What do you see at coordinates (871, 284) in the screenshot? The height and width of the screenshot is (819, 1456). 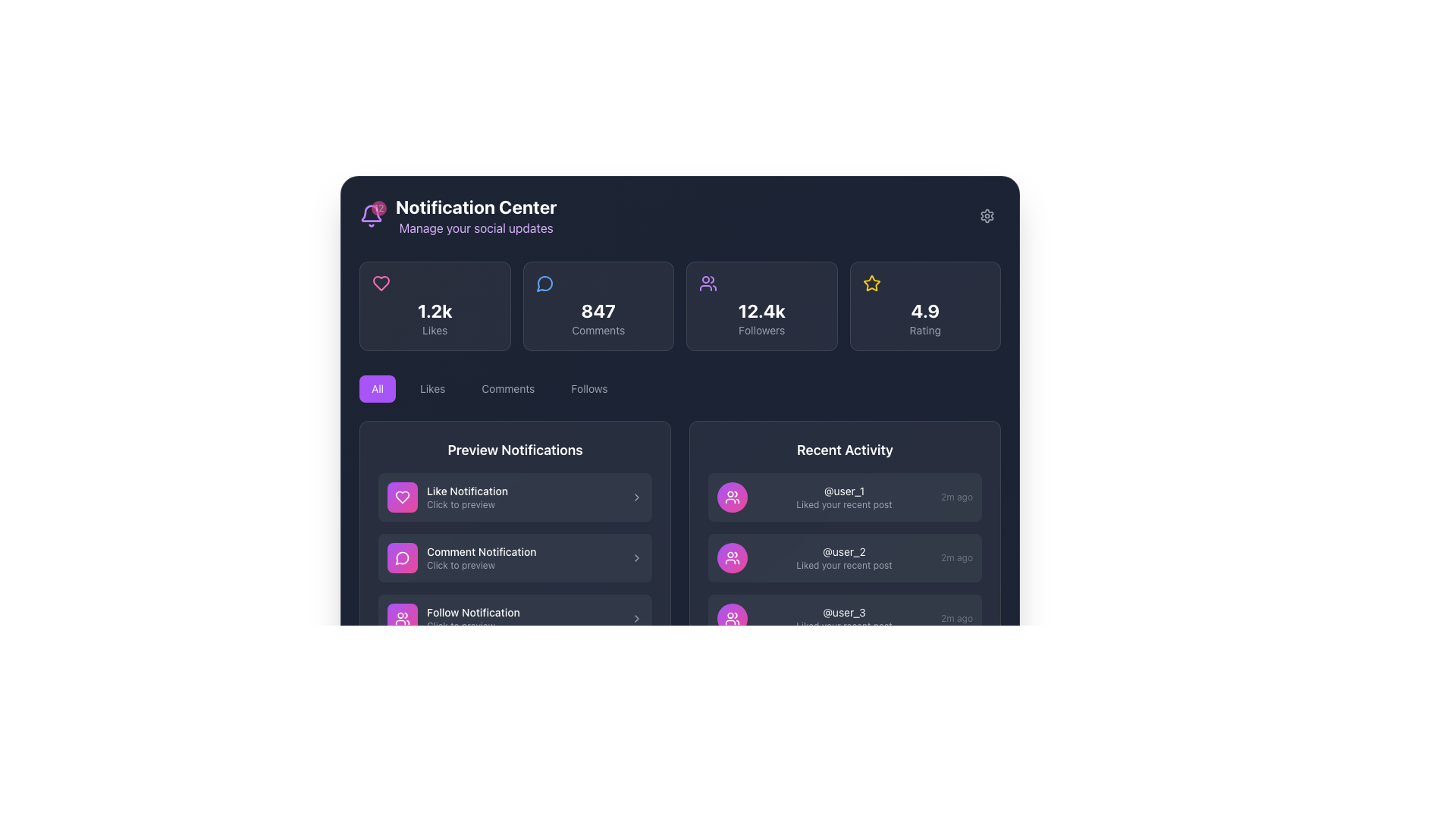 I see `the star icon, which visually represents a rating in the rating widget located in the top-right portion of the interface` at bounding box center [871, 284].